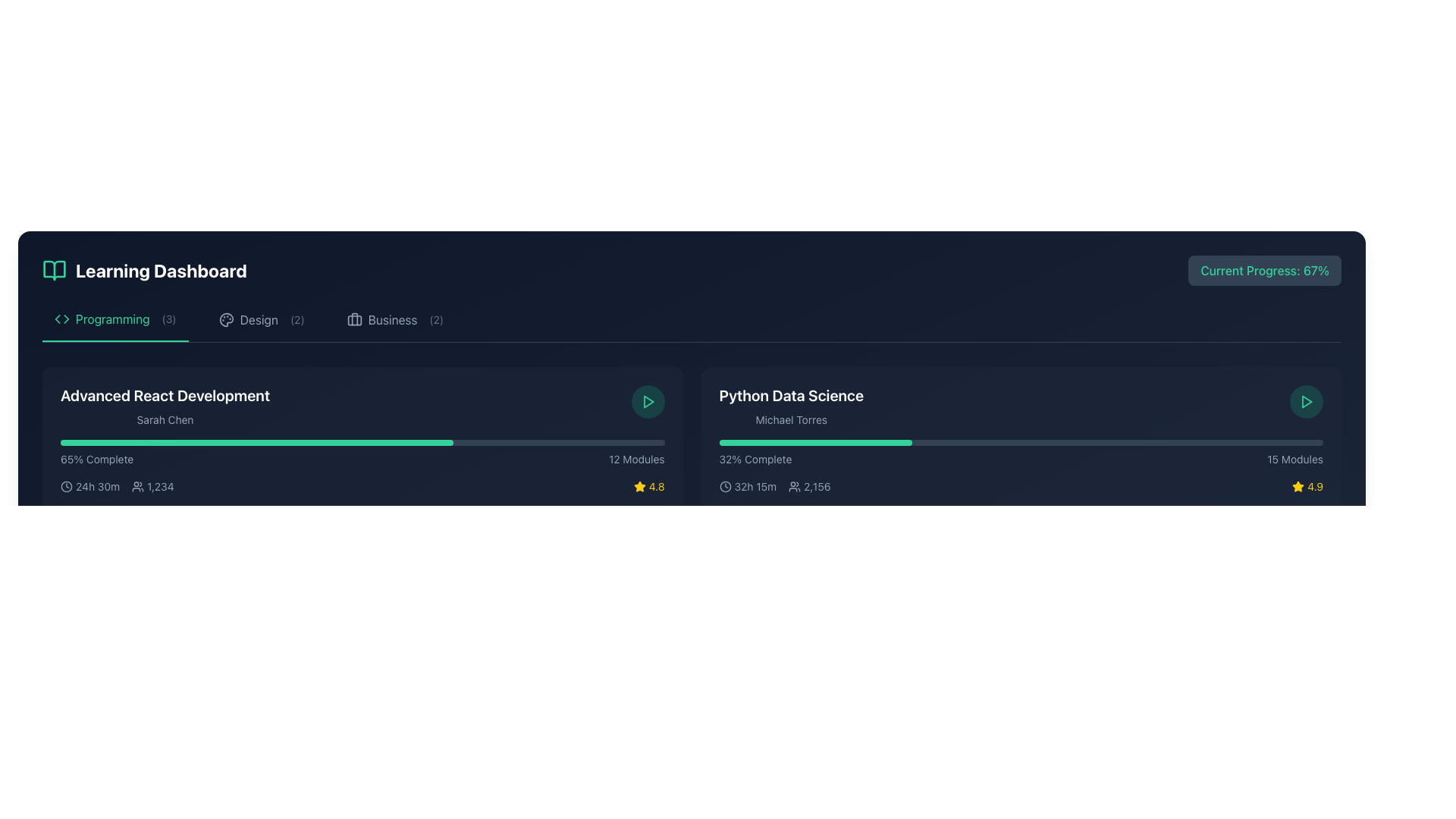 This screenshot has height=819, width=1456. What do you see at coordinates (649, 486) in the screenshot?
I see `rating value displayed on the Rating indicator for the course 'Advanced React Development', which is located in the bottom right corner of the course card` at bounding box center [649, 486].